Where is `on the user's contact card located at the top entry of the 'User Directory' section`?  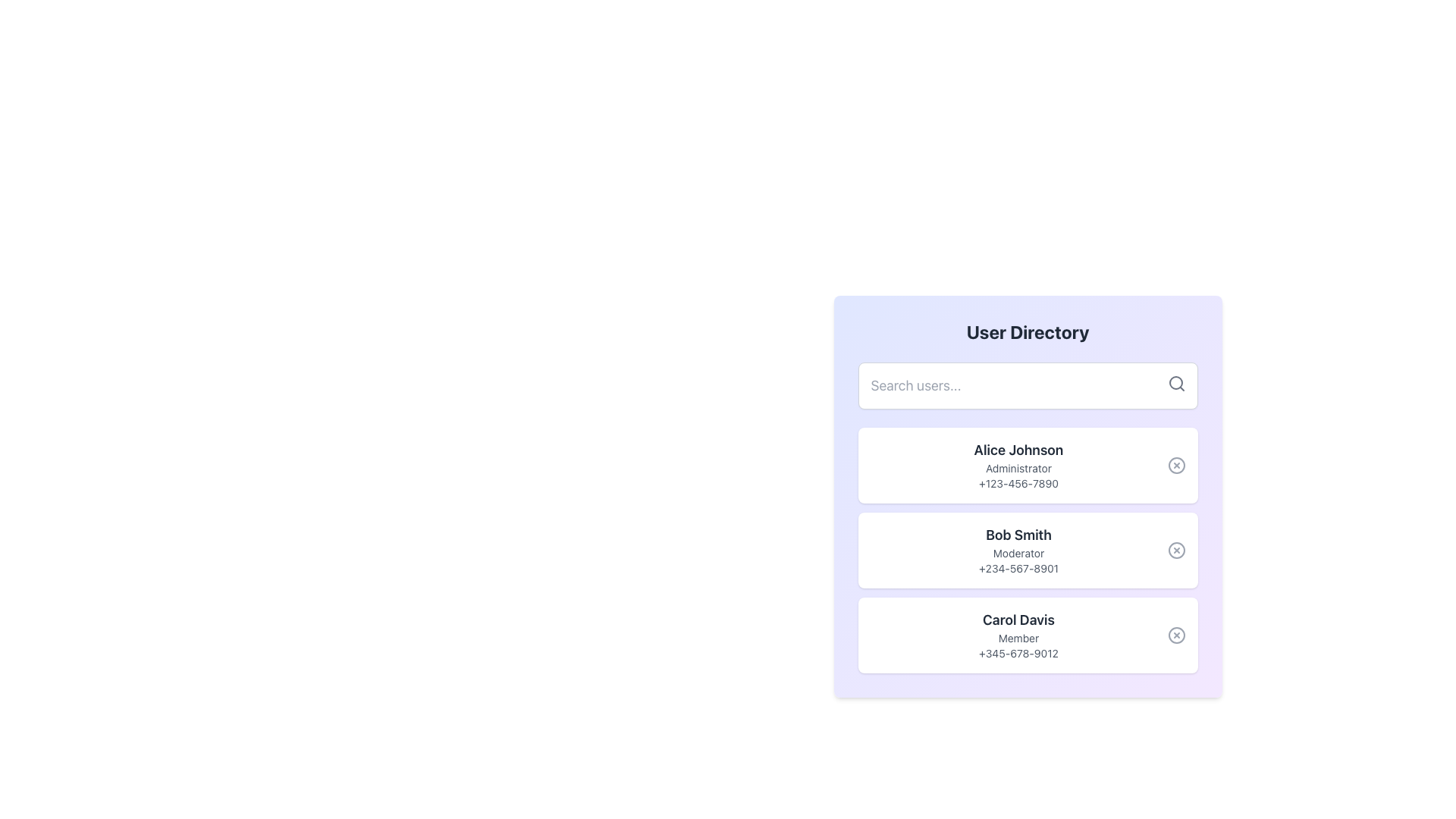
on the user's contact card located at the top entry of the 'User Directory' section is located at coordinates (1018, 464).